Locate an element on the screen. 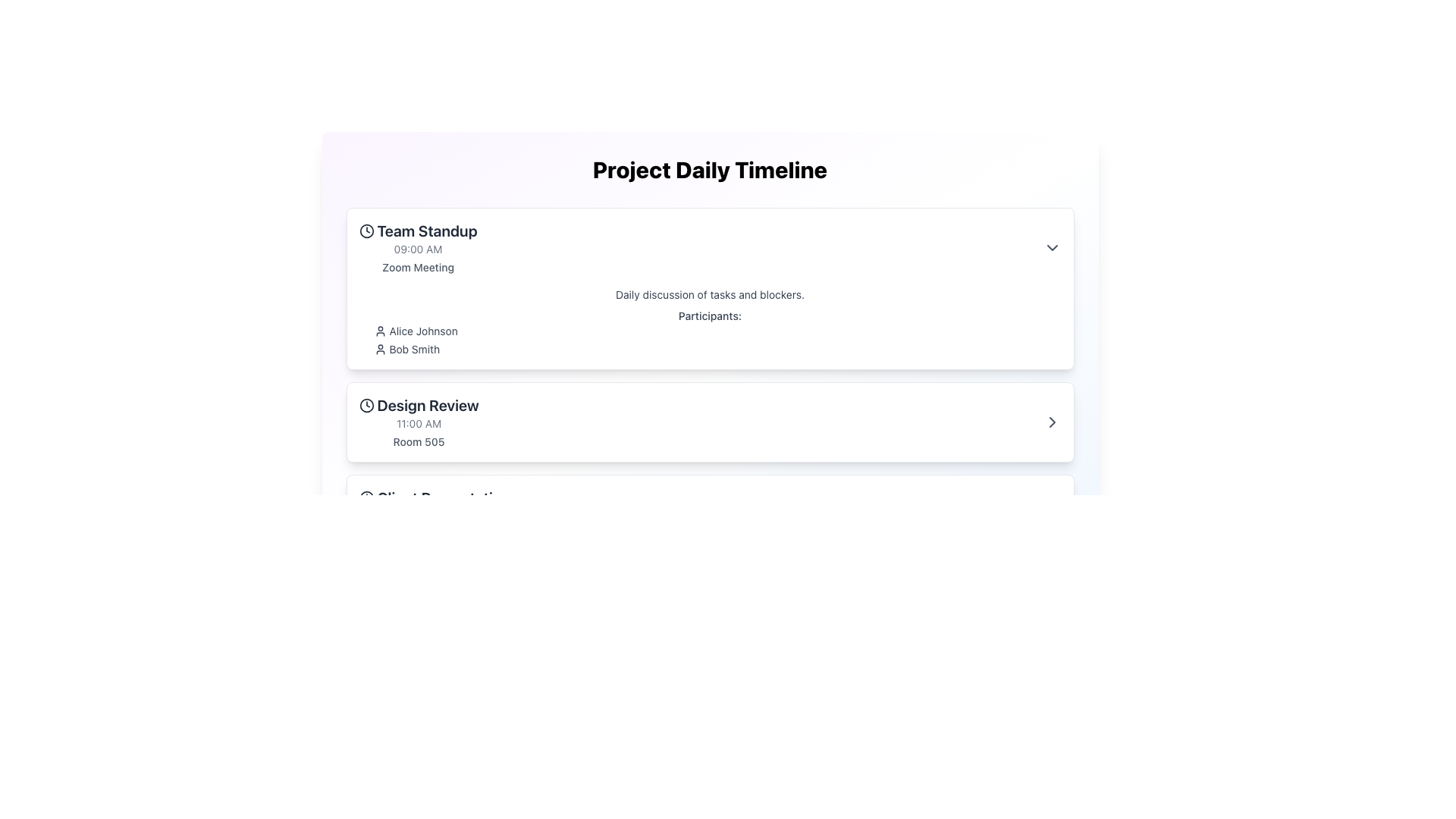 This screenshot has height=819, width=1456. the right-pointing chevron button next to the 'Room 505' text is located at coordinates (1051, 422).